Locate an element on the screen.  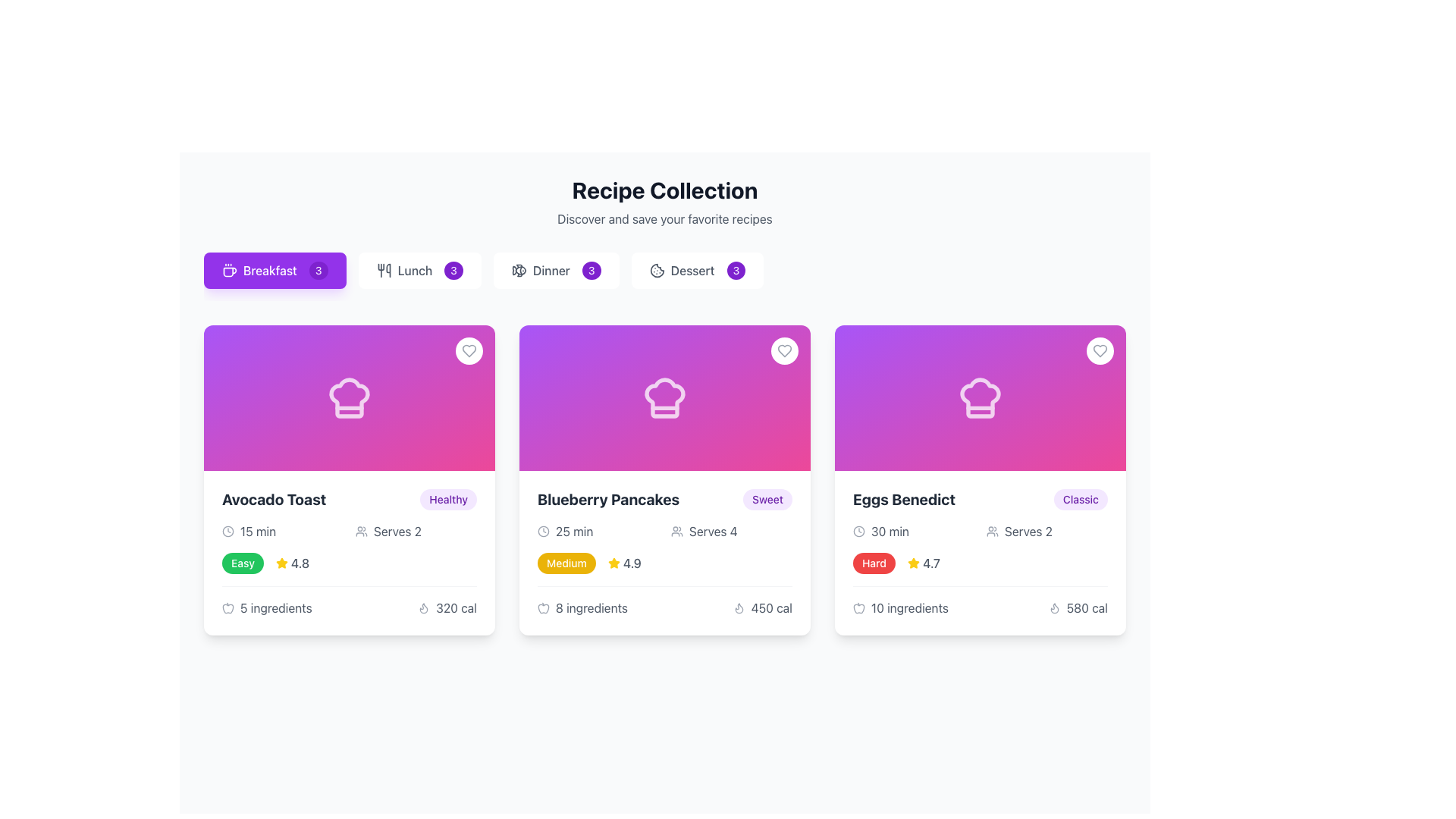
the 'Dessert' button, which features a cookie icon and a badge indicating '3' is located at coordinates (697, 270).